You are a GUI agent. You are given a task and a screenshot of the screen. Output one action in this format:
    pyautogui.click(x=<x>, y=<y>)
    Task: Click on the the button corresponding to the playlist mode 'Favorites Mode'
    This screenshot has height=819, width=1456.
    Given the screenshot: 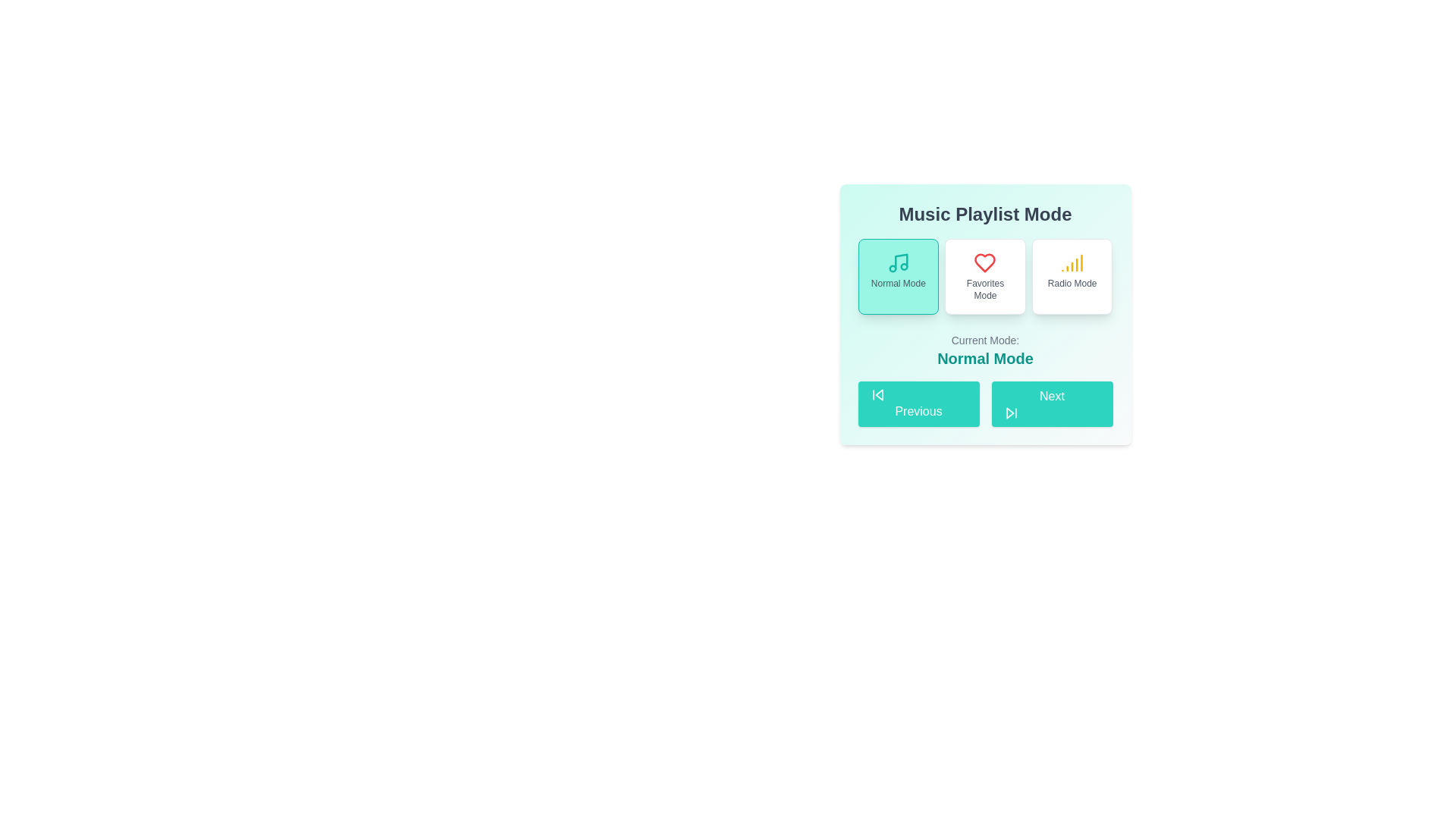 What is the action you would take?
    pyautogui.click(x=985, y=277)
    